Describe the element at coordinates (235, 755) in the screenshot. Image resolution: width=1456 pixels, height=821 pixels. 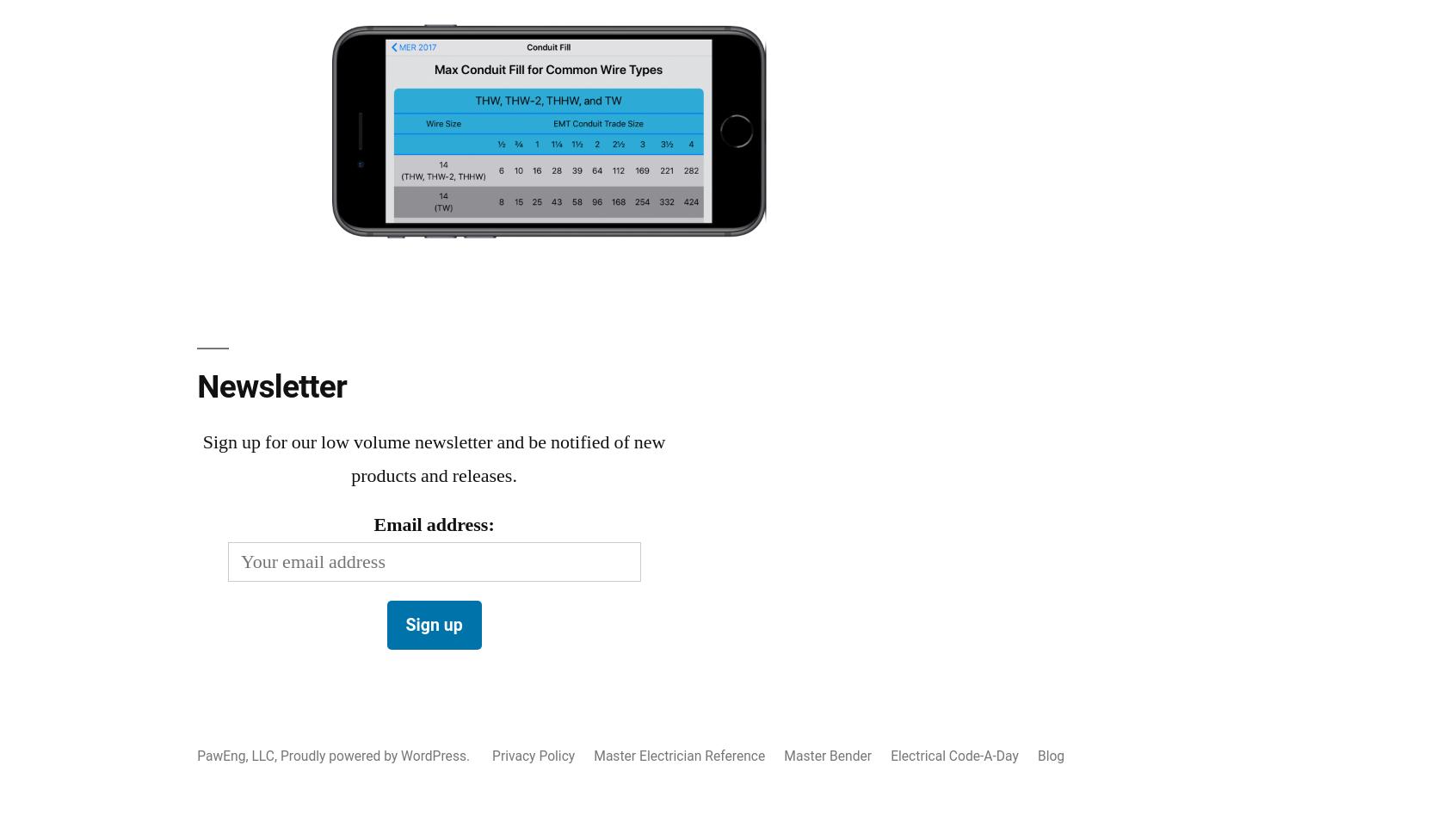
I see `'PawEng, LLC'` at that location.